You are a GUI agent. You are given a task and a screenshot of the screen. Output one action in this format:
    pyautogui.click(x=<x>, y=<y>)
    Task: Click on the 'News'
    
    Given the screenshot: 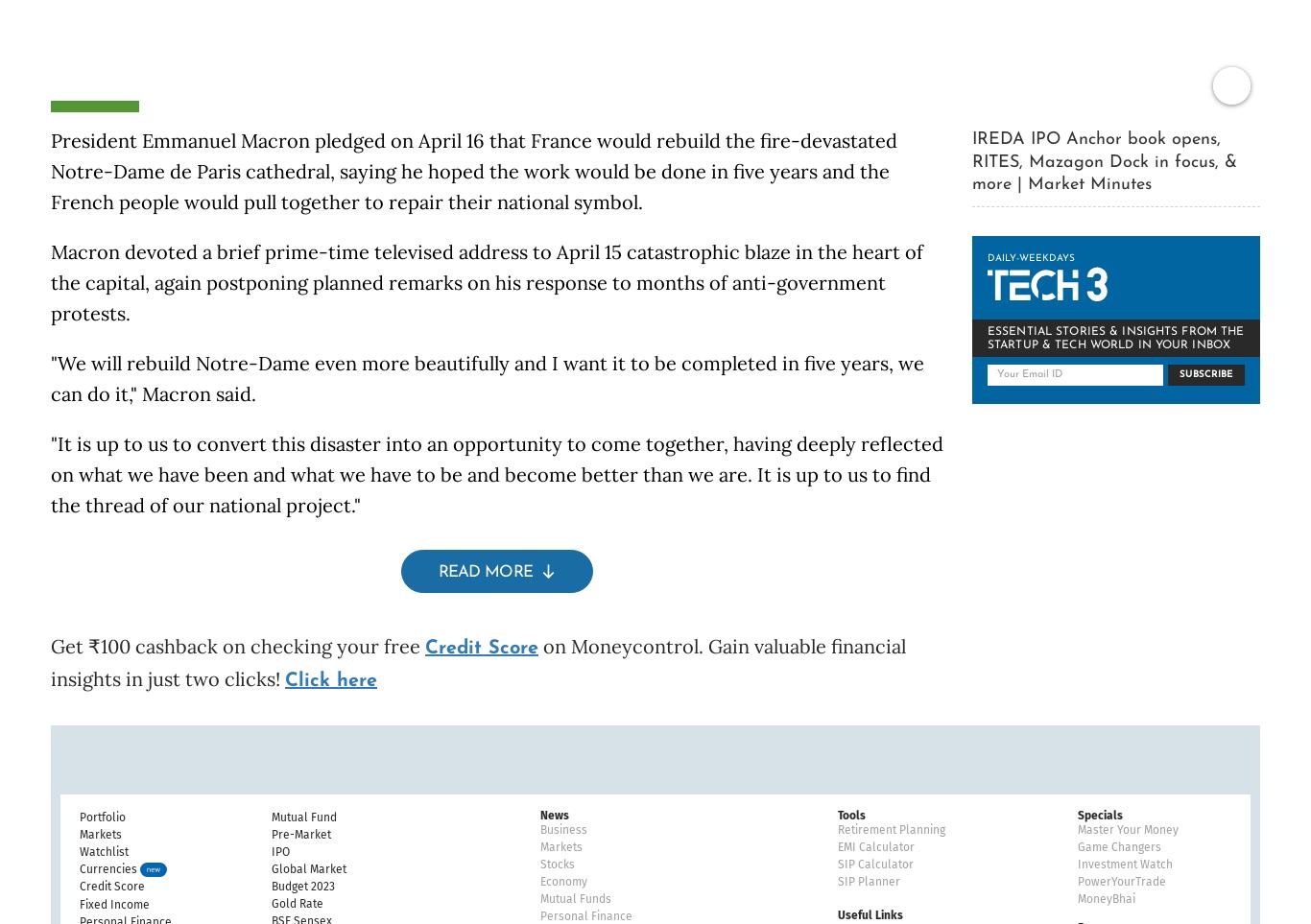 What is the action you would take?
    pyautogui.click(x=553, y=814)
    